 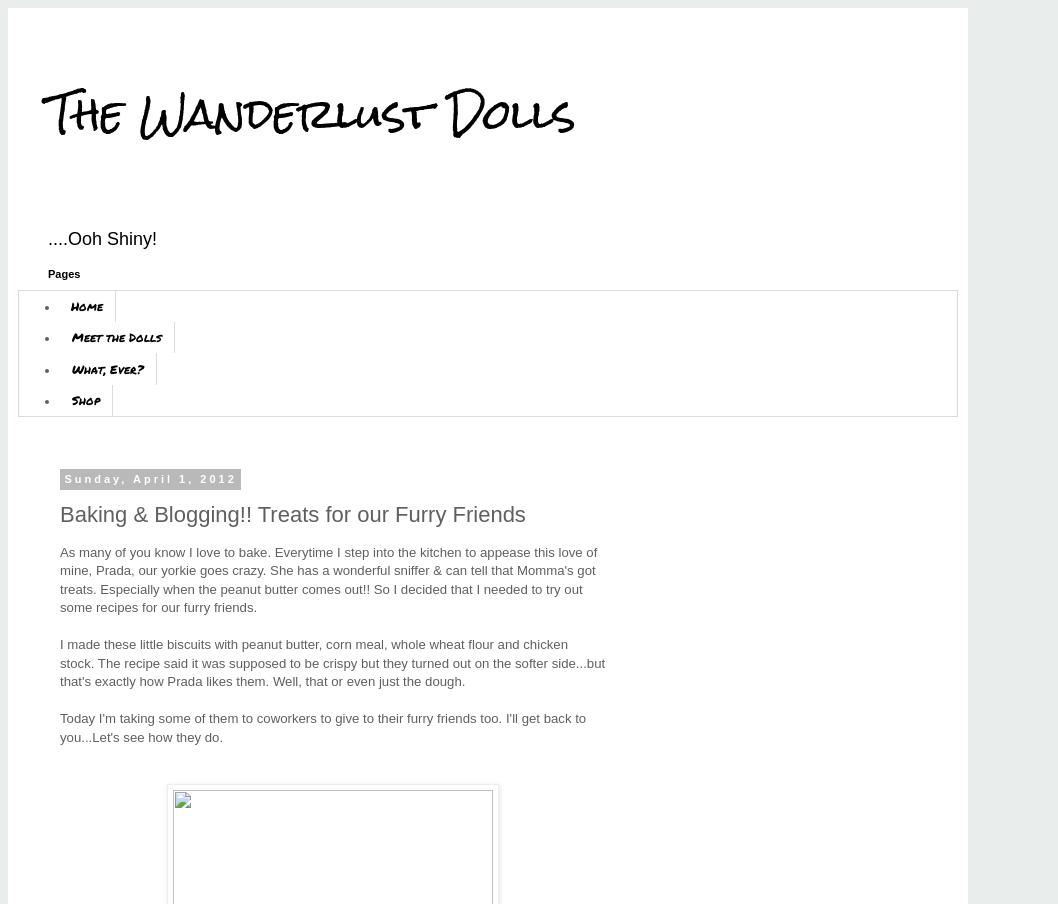 What do you see at coordinates (101, 237) in the screenshot?
I see `'....Ooh Shiny!'` at bounding box center [101, 237].